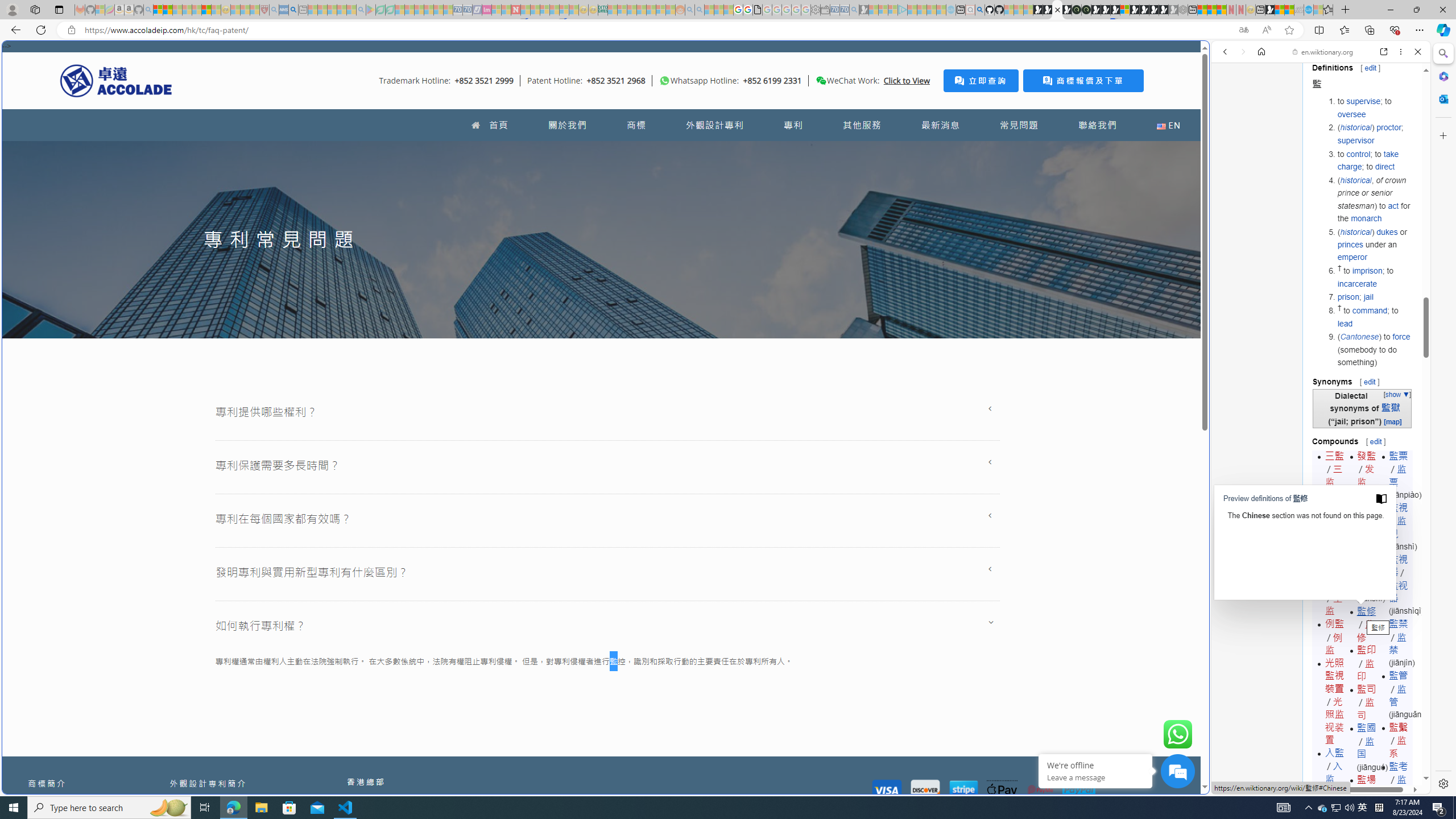  What do you see at coordinates (115, 80) in the screenshot?
I see `'Accolade IP HK Logo'` at bounding box center [115, 80].